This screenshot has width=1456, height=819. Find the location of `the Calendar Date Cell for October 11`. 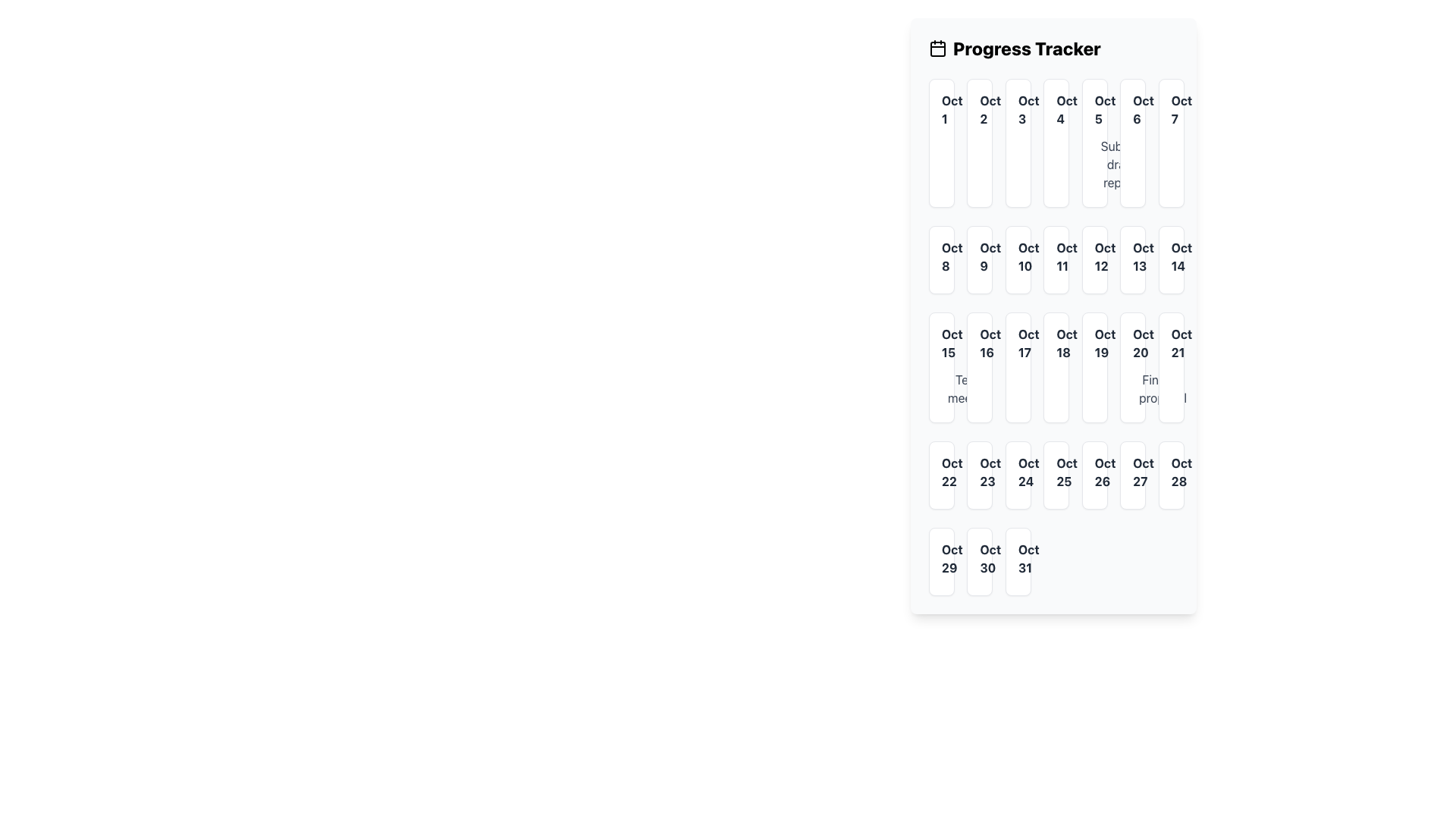

the Calendar Date Cell for October 11 is located at coordinates (1056, 259).